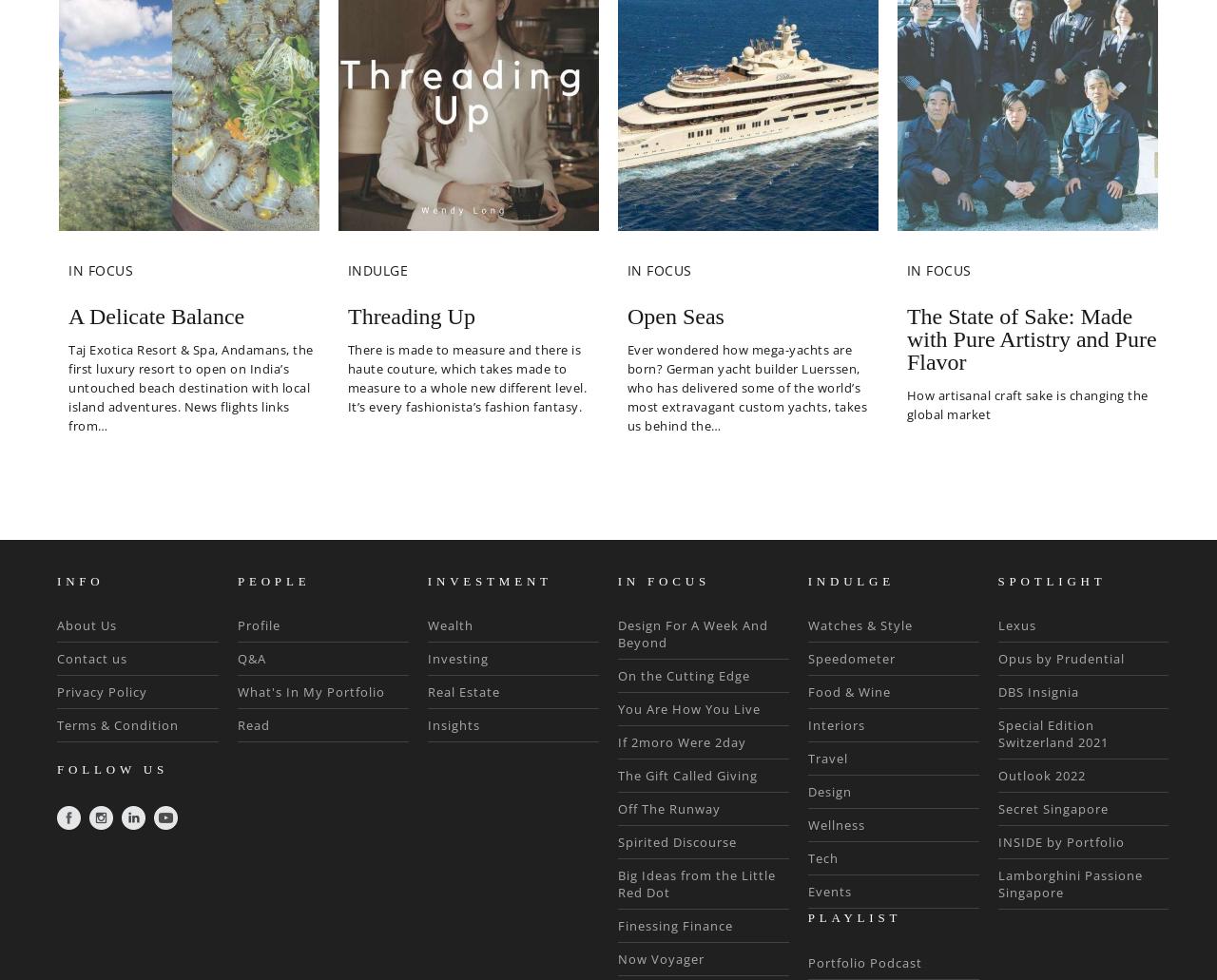  What do you see at coordinates (829, 891) in the screenshot?
I see `'Events'` at bounding box center [829, 891].